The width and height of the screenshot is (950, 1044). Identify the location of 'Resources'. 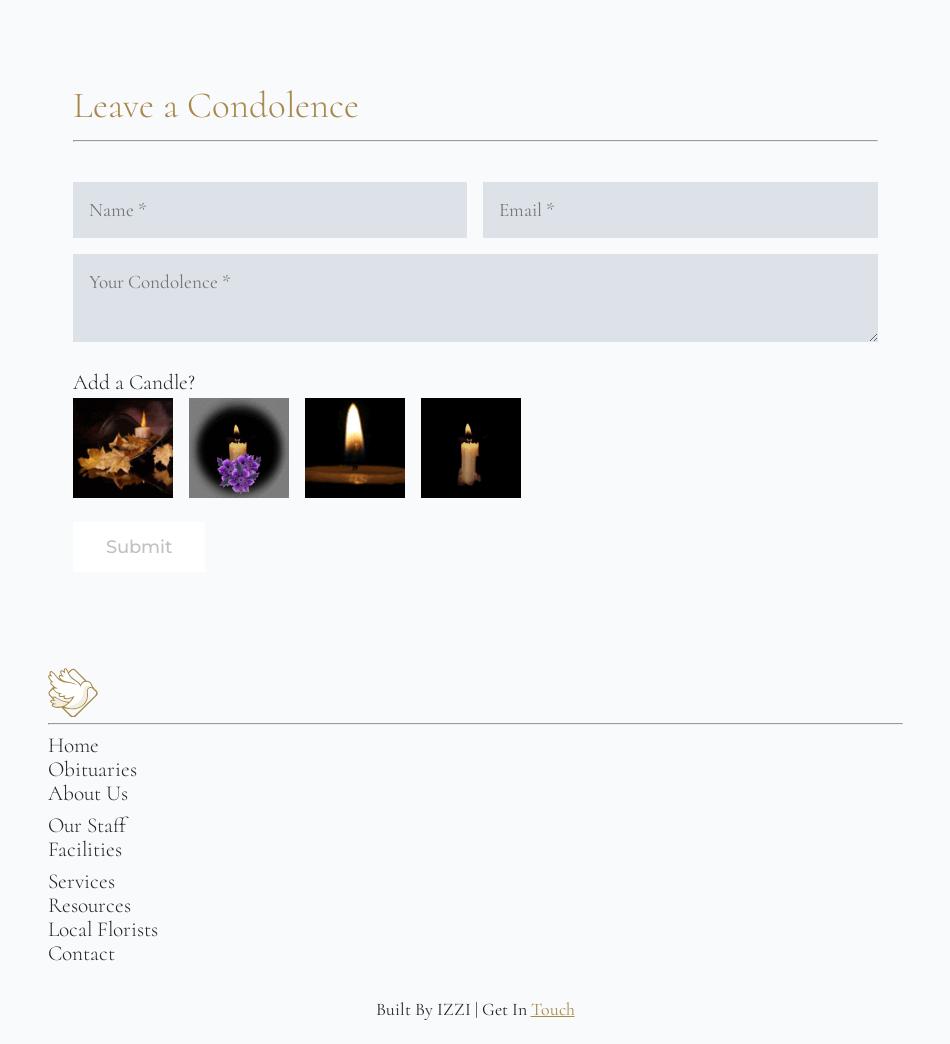
(47, 905).